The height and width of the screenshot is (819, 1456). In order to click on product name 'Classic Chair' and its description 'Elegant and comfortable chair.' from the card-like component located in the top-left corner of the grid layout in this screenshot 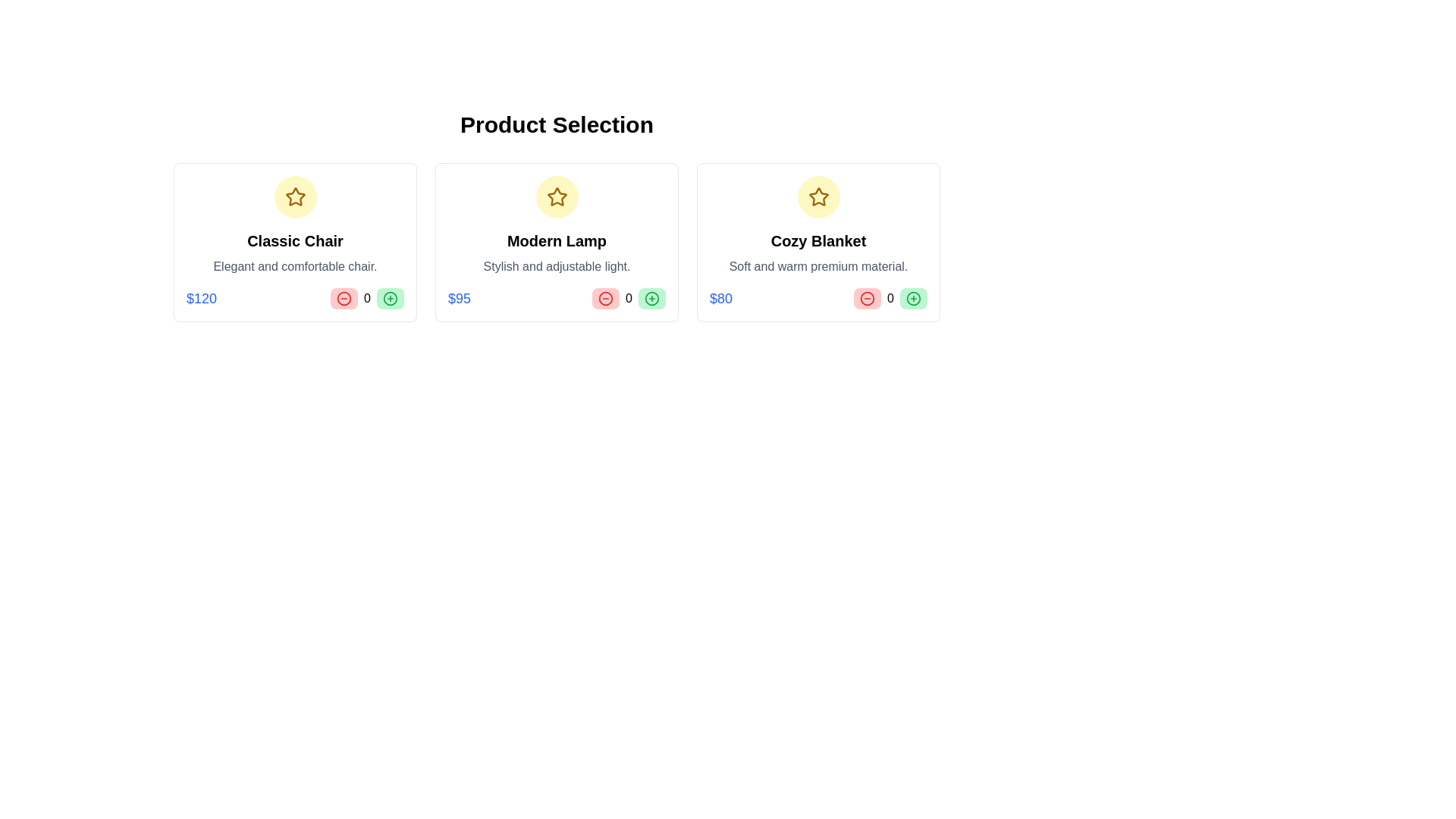, I will do `click(295, 242)`.